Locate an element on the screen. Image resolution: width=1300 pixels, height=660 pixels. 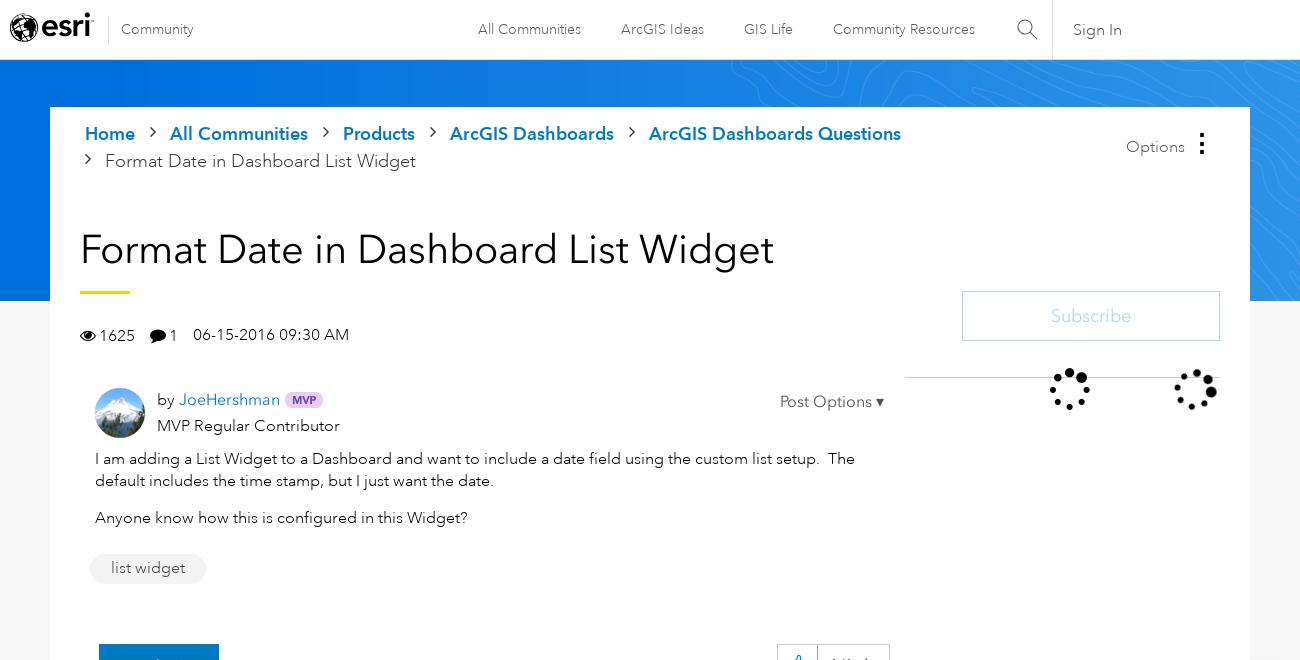
'1625' is located at coordinates (99, 336).